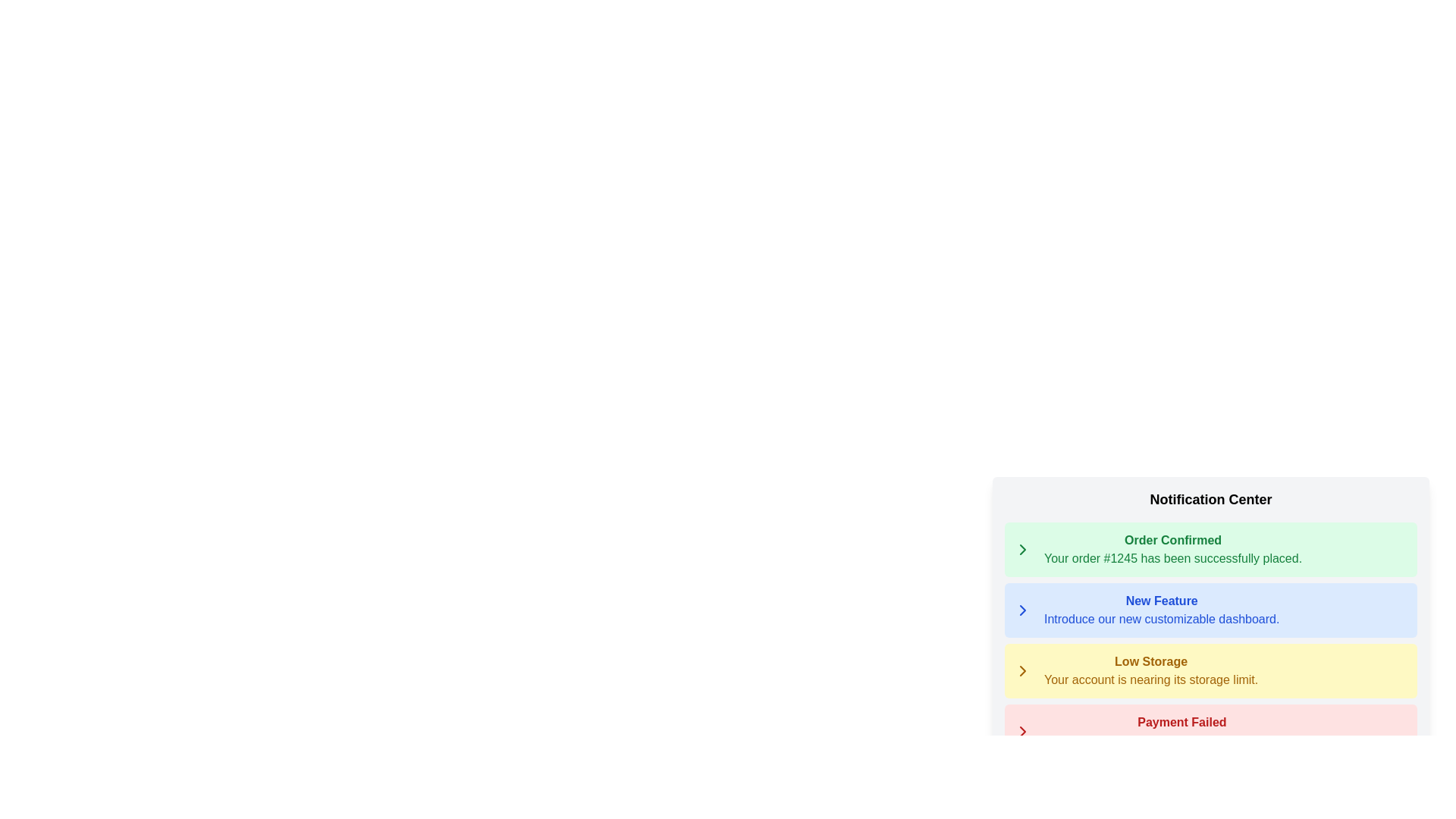 The image size is (1456, 819). Describe the element at coordinates (1161, 601) in the screenshot. I see `the Text Label that serves as the title of the second notification card in the Notification Center interface, which is blue in color and positioned at the top of the card` at that location.